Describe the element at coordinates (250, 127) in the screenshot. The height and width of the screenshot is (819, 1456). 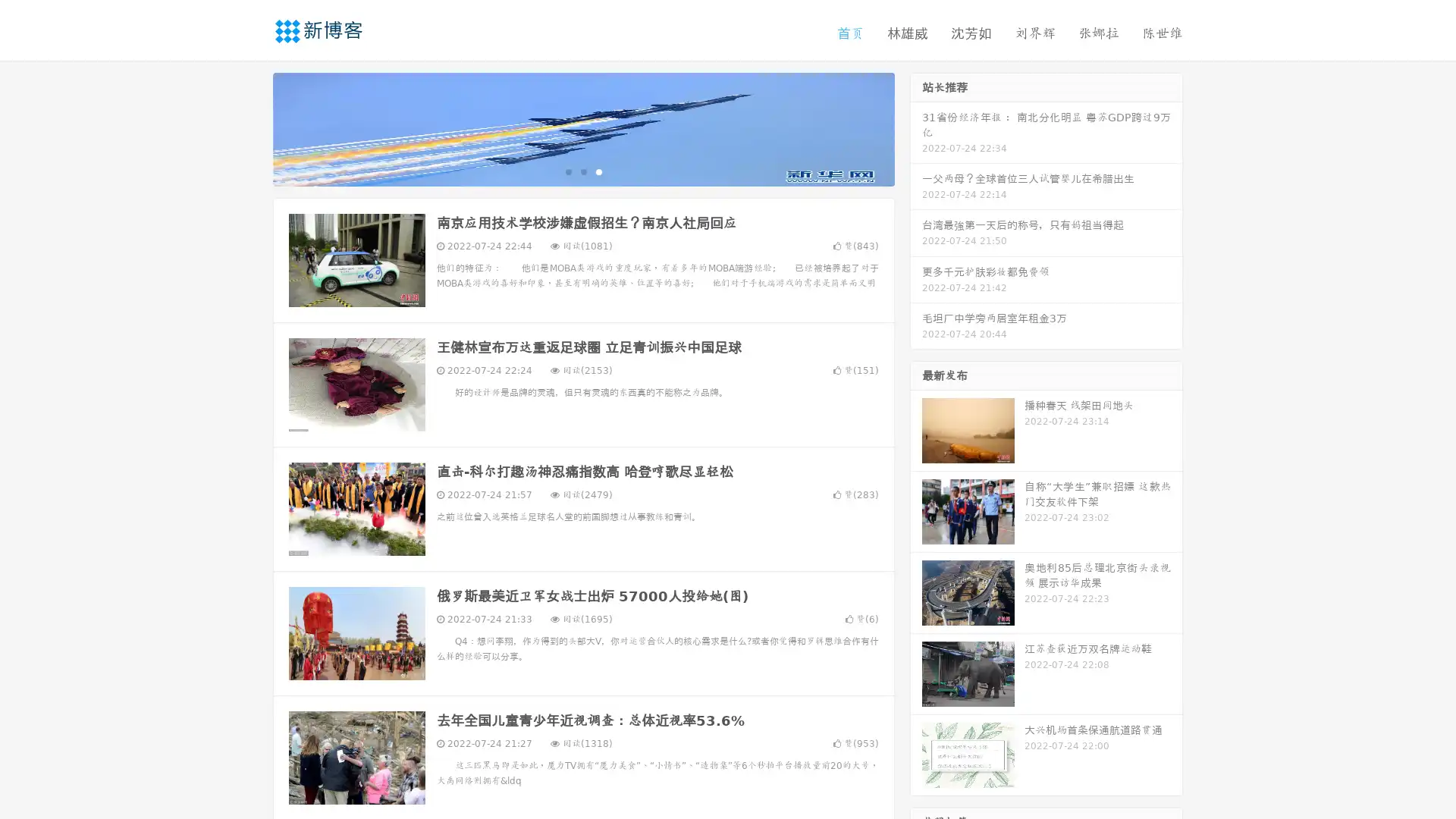
I see `Previous slide` at that location.